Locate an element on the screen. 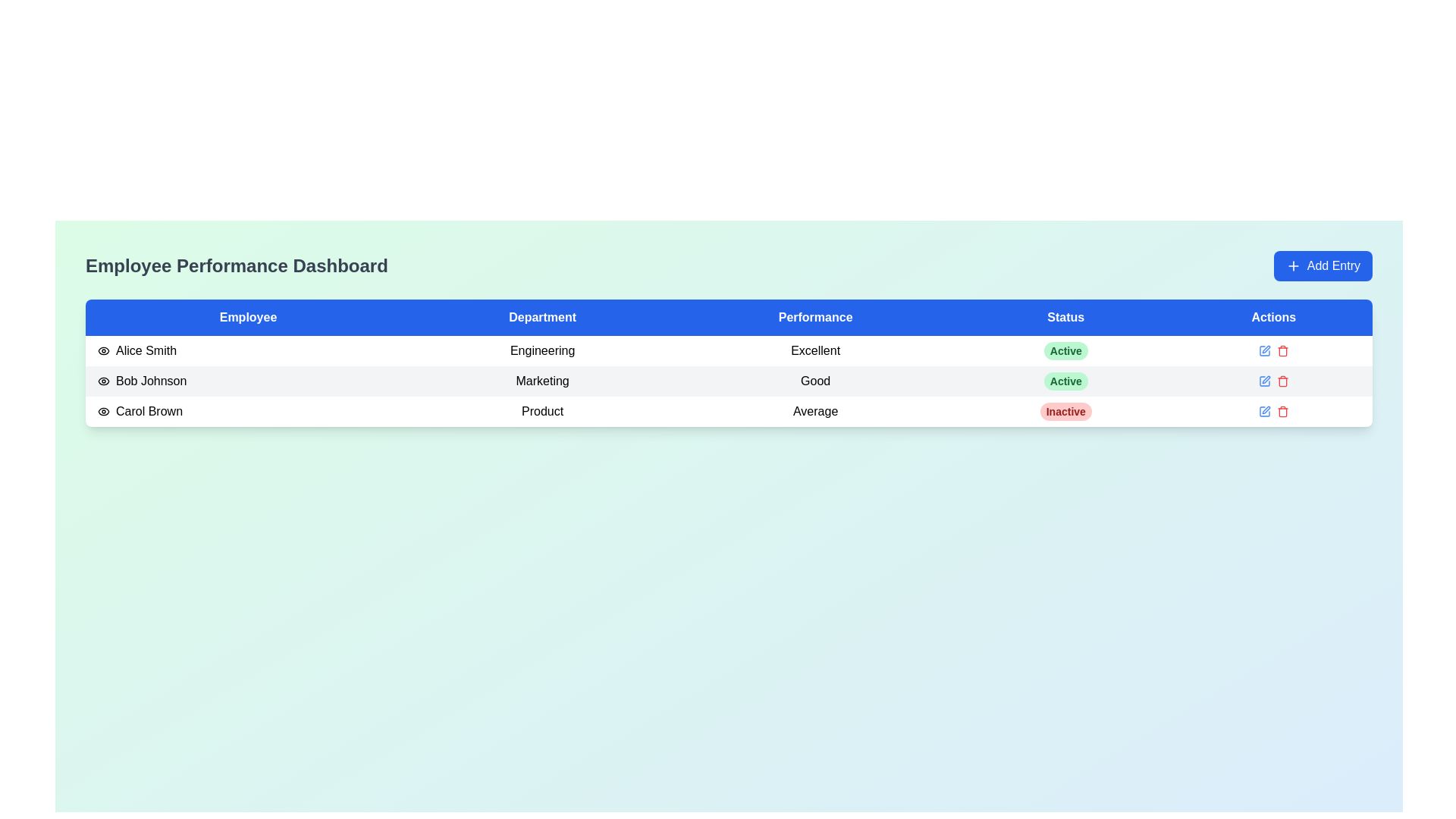 The image size is (1456, 819). the trash icon in the 'Actions' column of the last row in the table associated with 'Carol Brown' to initiate the delete action is located at coordinates (1282, 381).